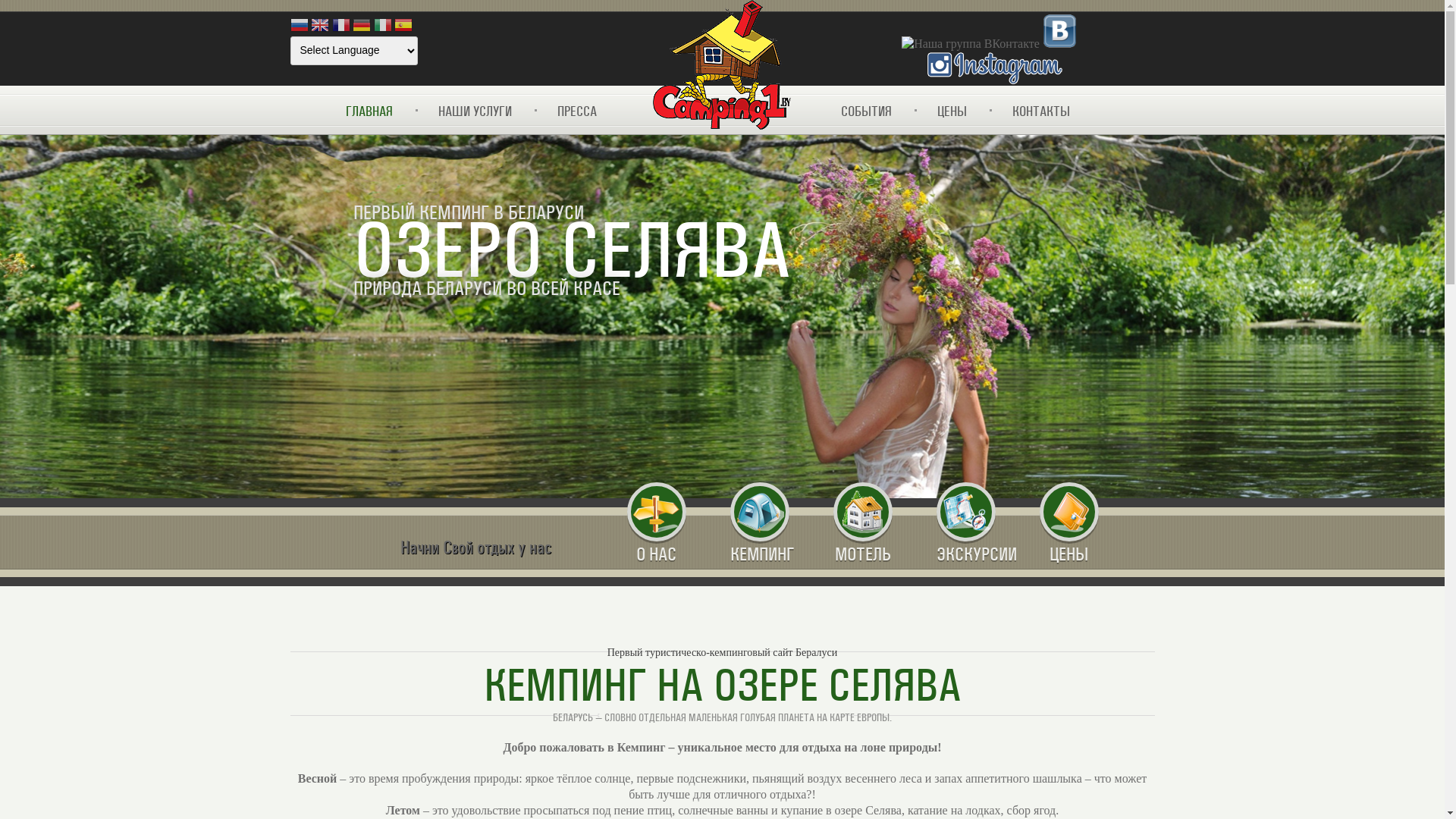 This screenshot has width=1456, height=819. I want to click on 'Russian', so click(298, 26).